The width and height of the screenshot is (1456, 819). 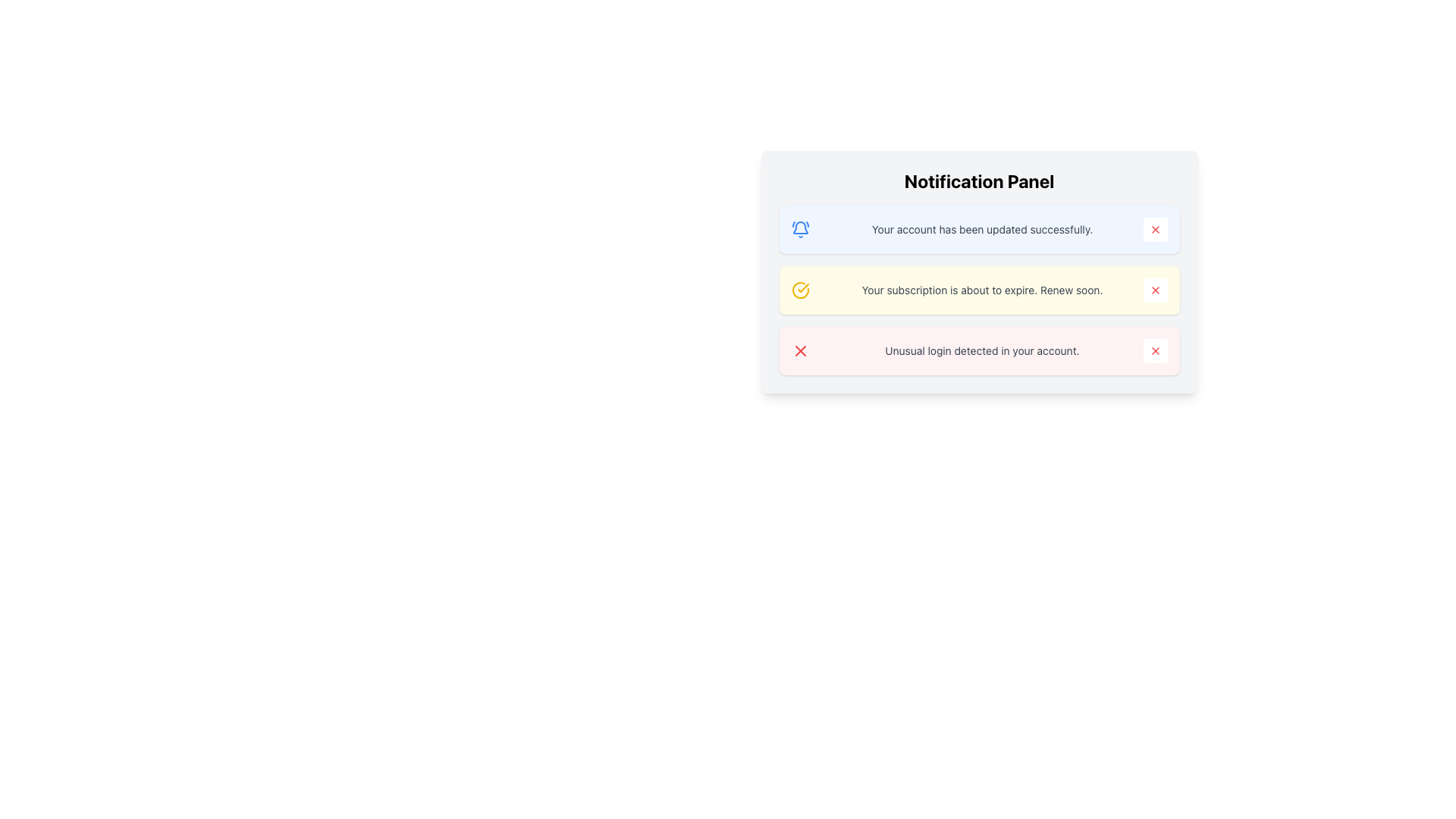 I want to click on the blue bell icon with ringing lines, located to the left of the text 'Your account has been updated successfully.', so click(x=799, y=230).